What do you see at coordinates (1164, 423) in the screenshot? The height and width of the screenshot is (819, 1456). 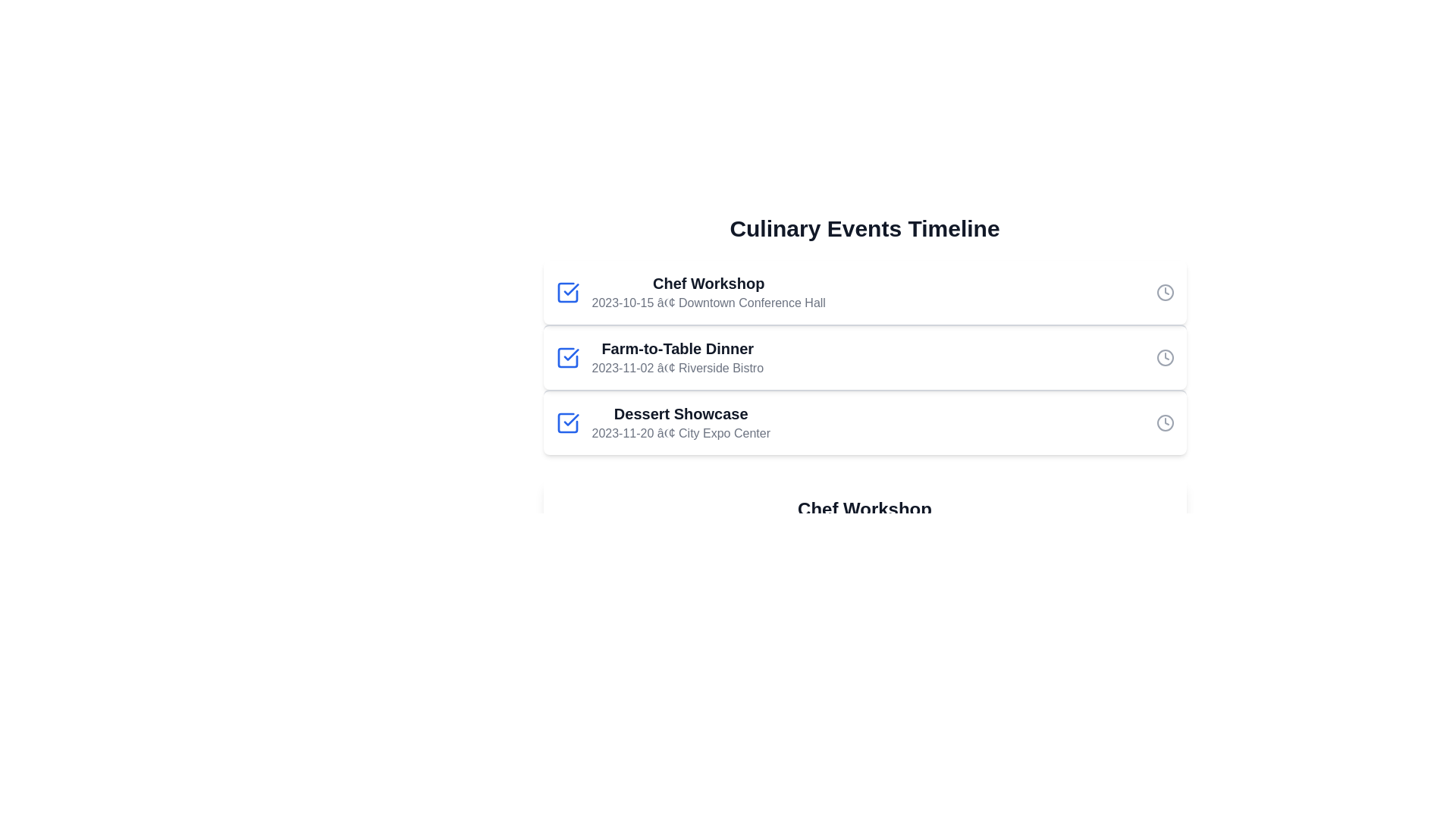 I see `circular dial of the clock icon, which is located at the far right of the 'Dessert Showcase' event entry in the timeline, by clicking on it` at bounding box center [1164, 423].